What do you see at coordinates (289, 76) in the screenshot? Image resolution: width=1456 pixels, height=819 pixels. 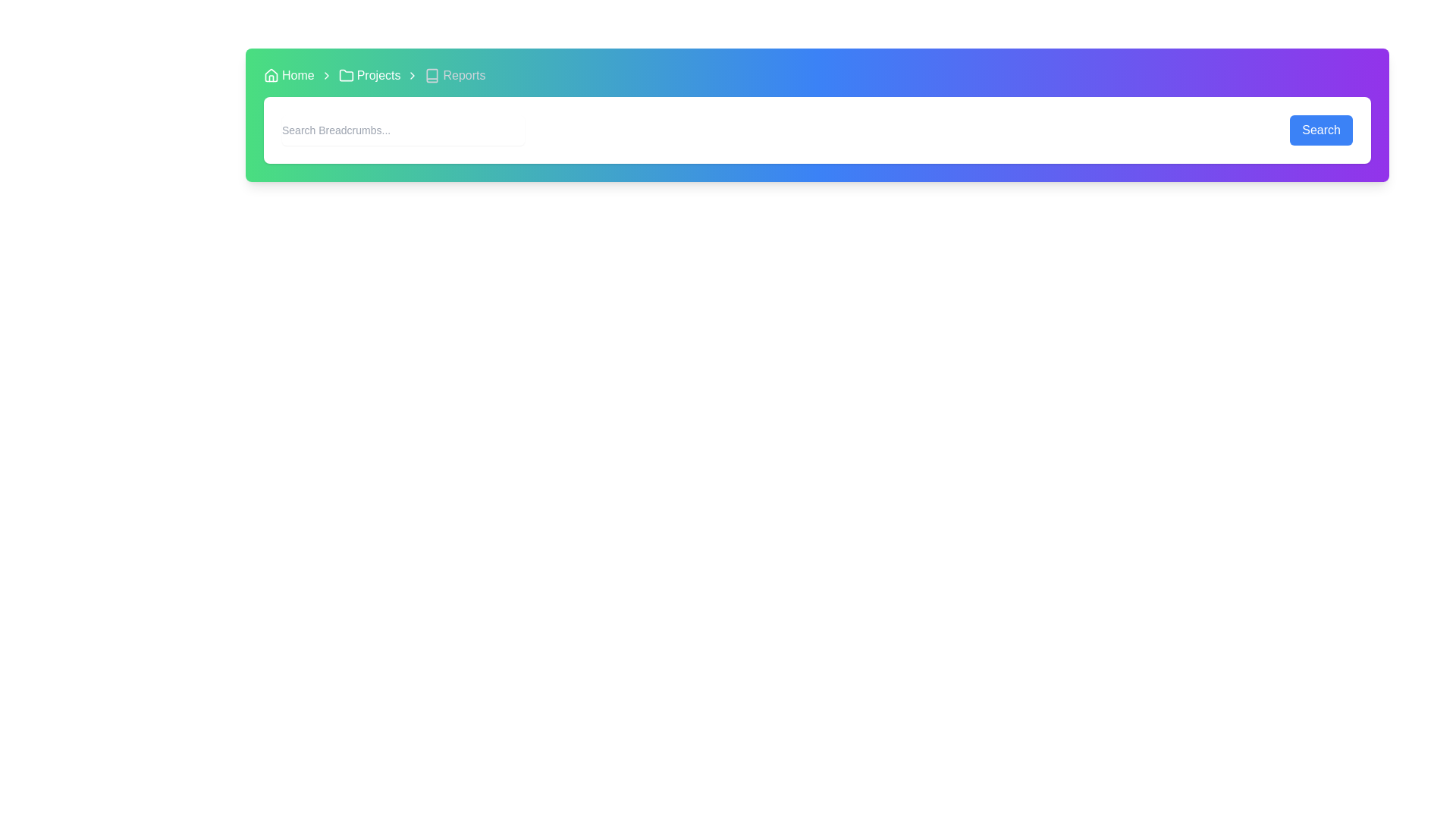 I see `the Navigation link with an icon and label located at the start of the breadcrumb sequence to trigger a visual effect` at bounding box center [289, 76].